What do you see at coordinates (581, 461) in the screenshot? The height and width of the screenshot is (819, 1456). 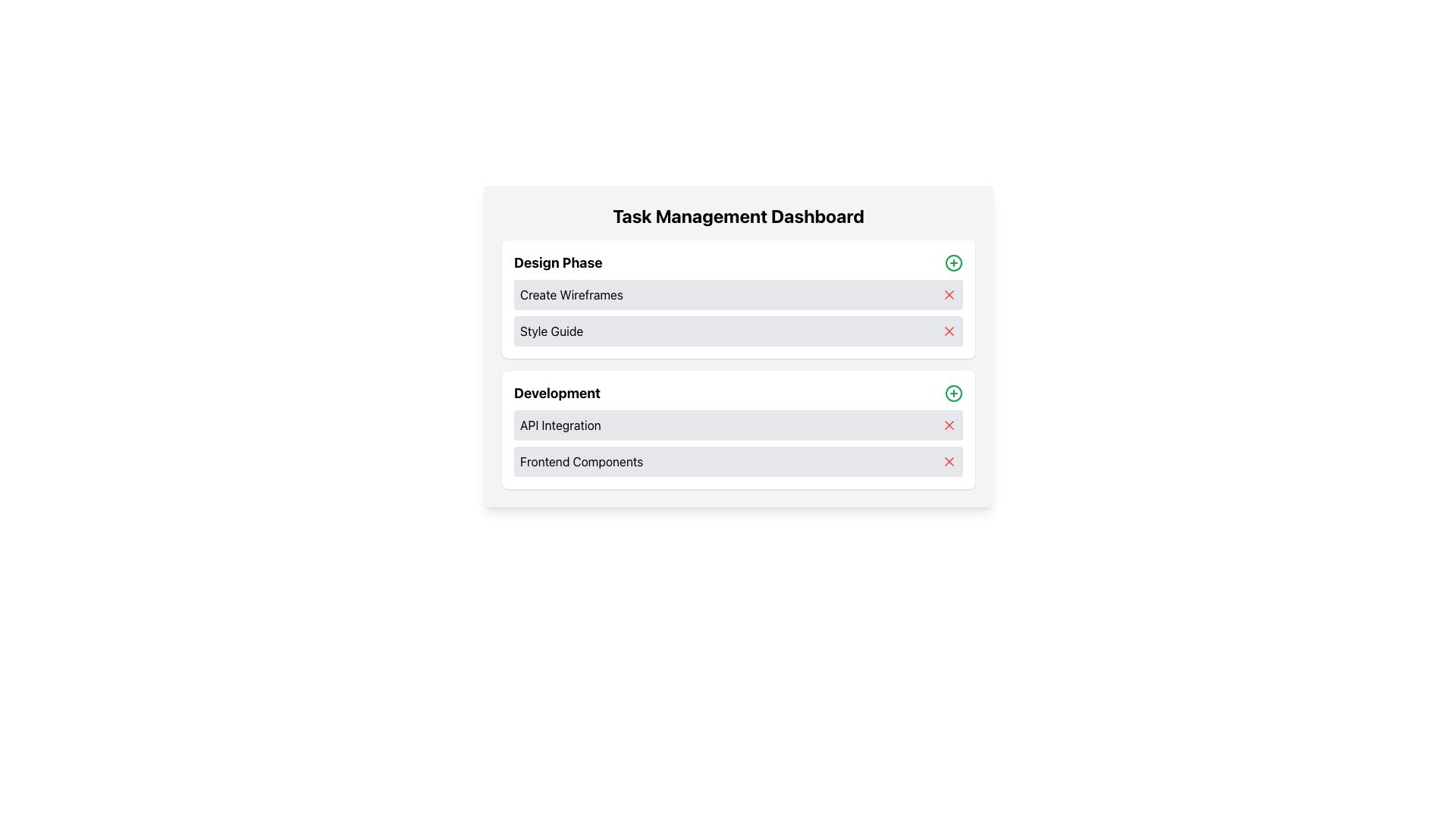 I see `the text label displaying 'Frontend Components' in bold font, located within the 'Development' section of the task list` at bounding box center [581, 461].